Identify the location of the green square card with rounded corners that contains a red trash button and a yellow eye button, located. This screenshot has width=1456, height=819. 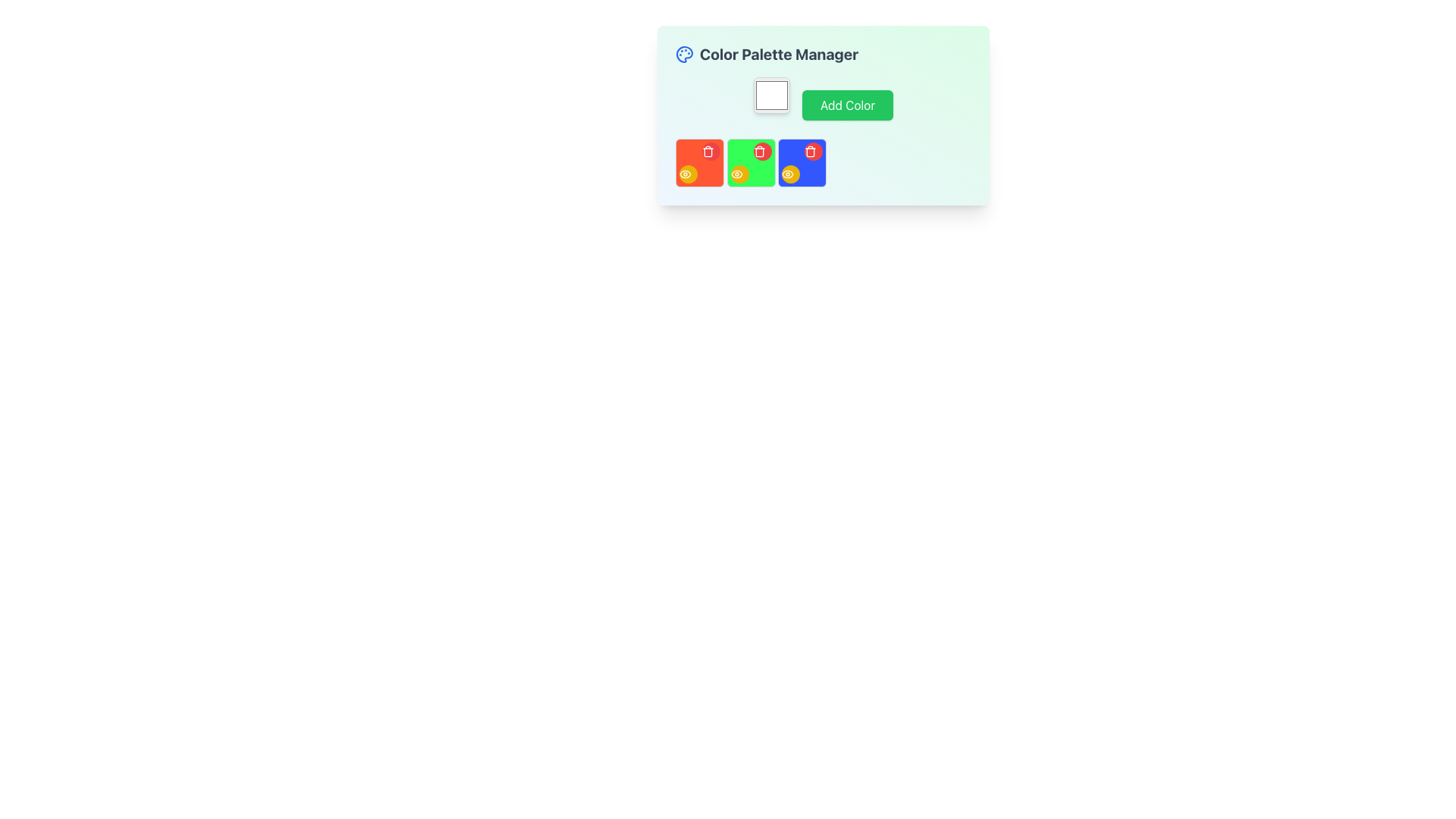
(751, 163).